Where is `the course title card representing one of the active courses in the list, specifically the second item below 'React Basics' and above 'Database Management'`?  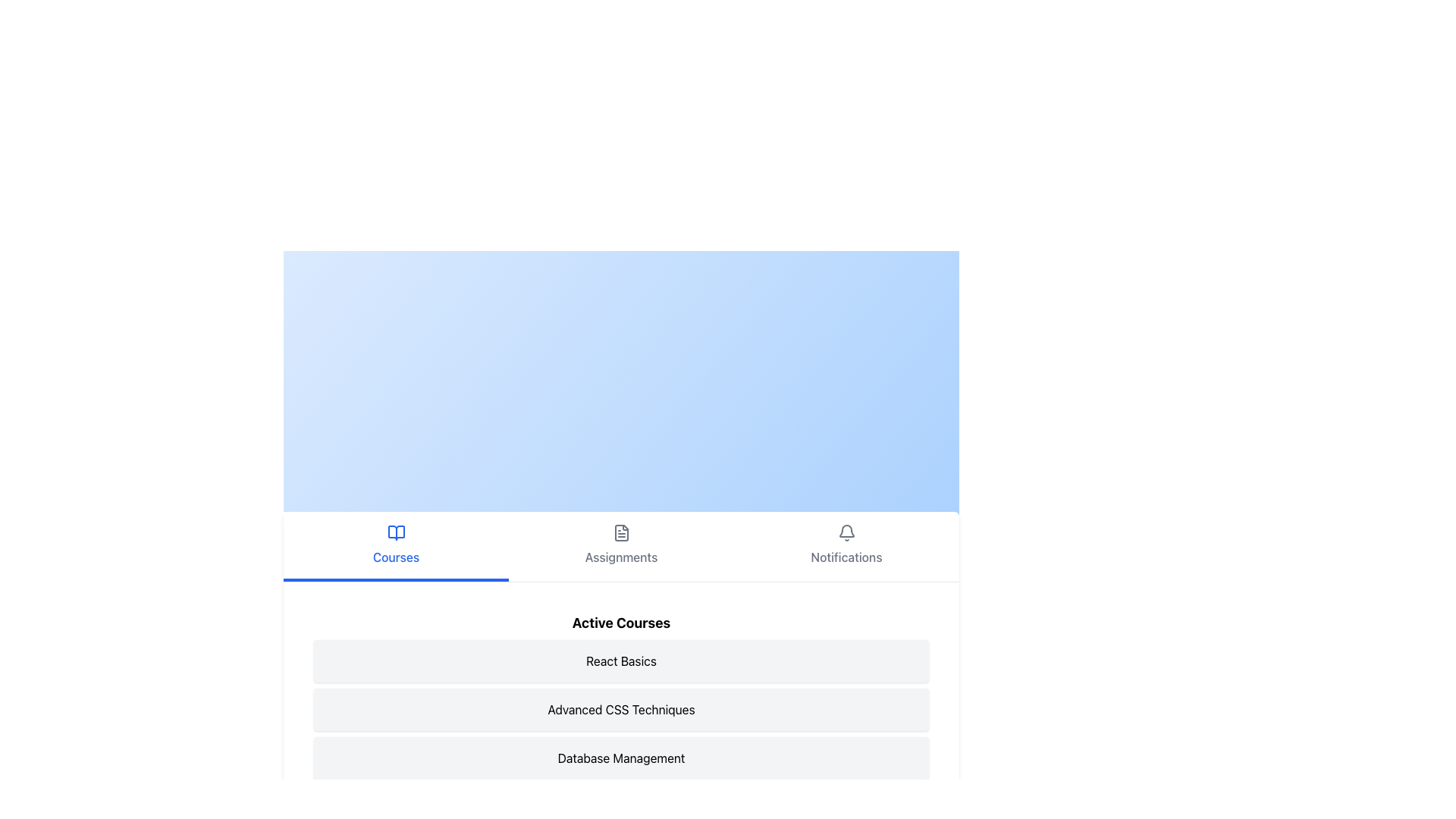
the course title card representing one of the active courses in the list, specifically the second item below 'React Basics' and above 'Database Management' is located at coordinates (621, 695).